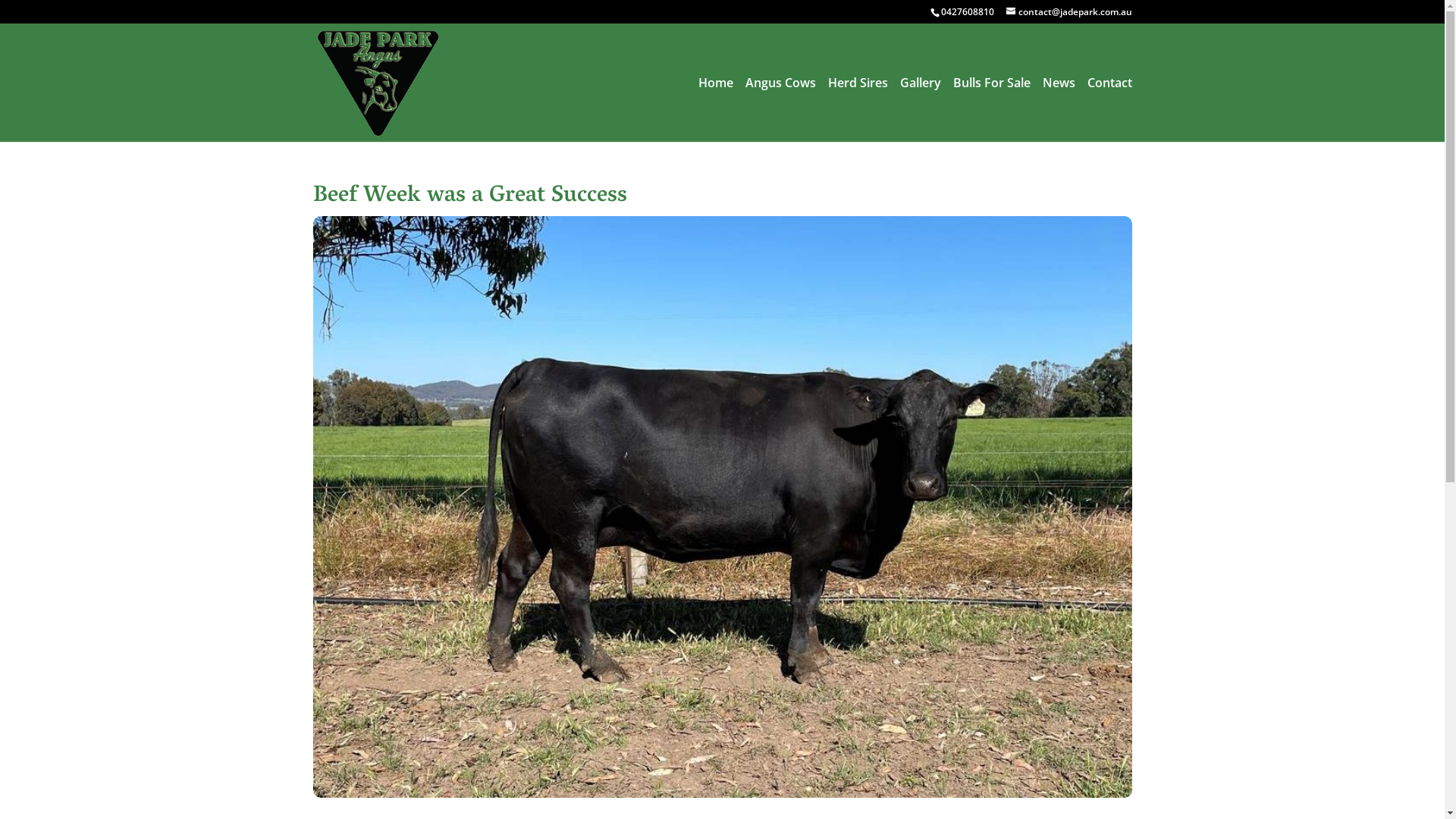  What do you see at coordinates (990, 108) in the screenshot?
I see `'Bulls For Sale'` at bounding box center [990, 108].